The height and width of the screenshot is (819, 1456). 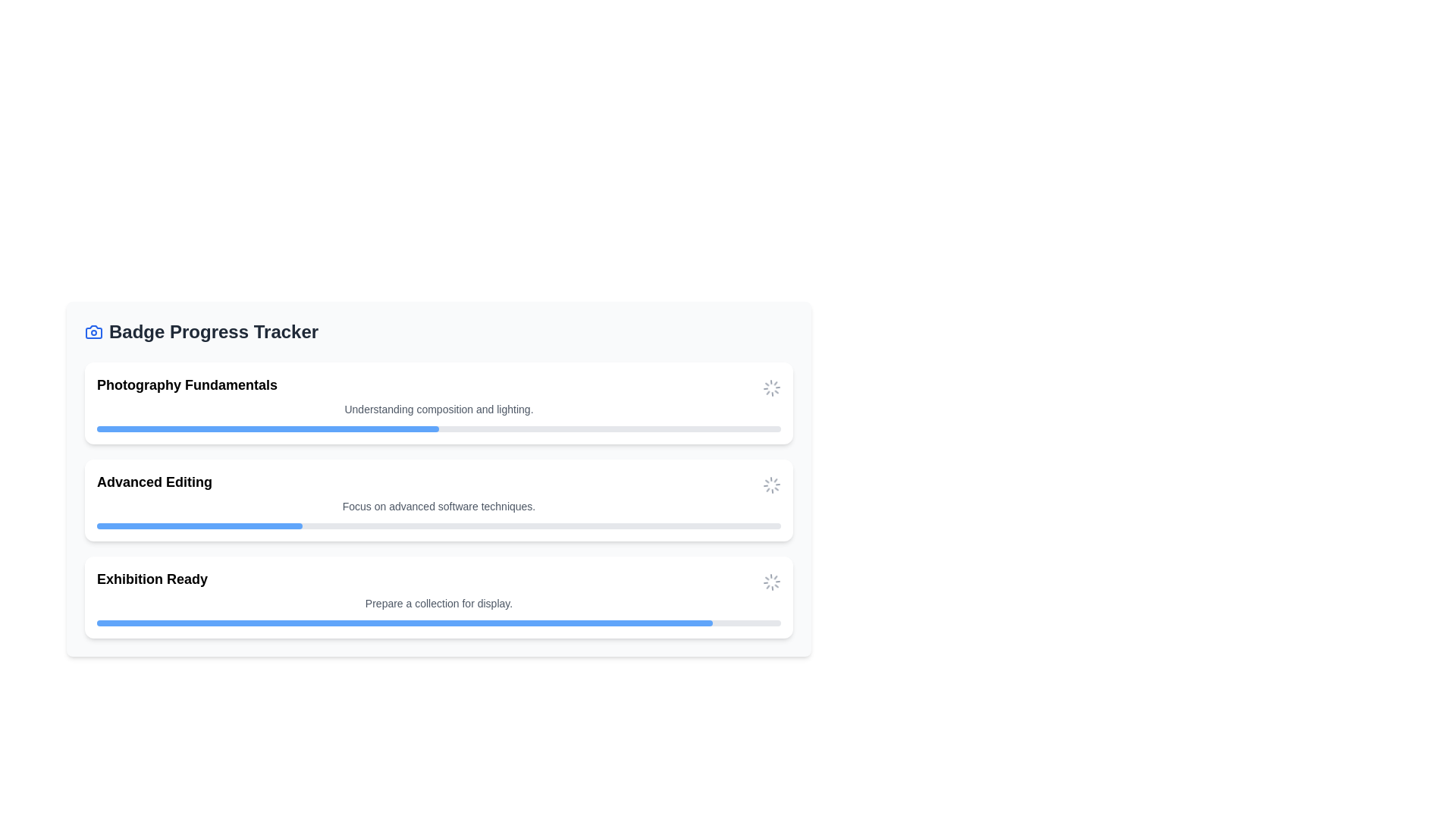 I want to click on the progress bar that visually represents the 30% completion for the 'Advanced Editing' task, located centrally within the gray bar underneath 'Advanced Editing' in the 'Badge Progress Tracker', so click(x=199, y=526).